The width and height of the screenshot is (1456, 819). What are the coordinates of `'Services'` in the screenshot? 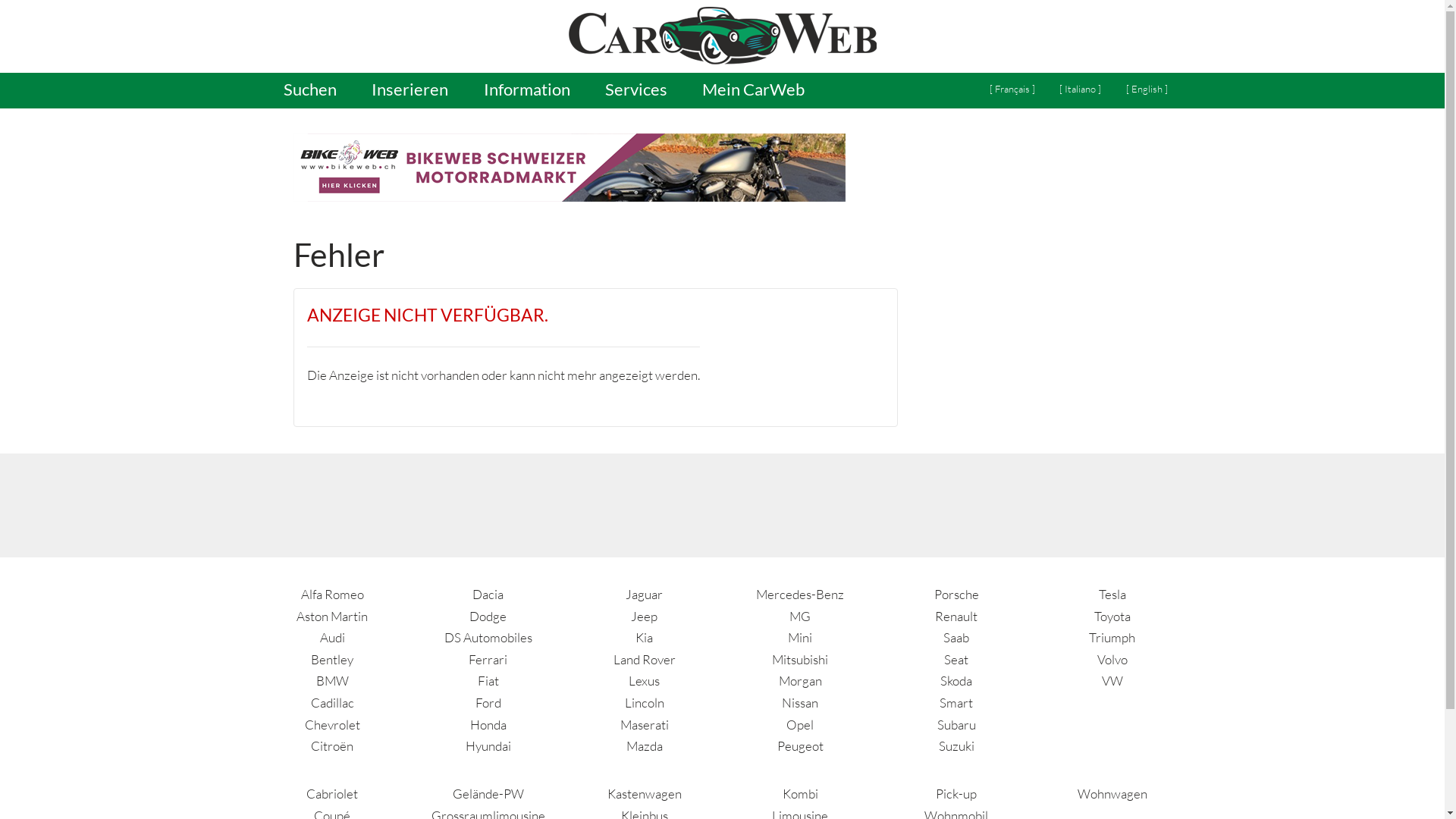 It's located at (635, 90).